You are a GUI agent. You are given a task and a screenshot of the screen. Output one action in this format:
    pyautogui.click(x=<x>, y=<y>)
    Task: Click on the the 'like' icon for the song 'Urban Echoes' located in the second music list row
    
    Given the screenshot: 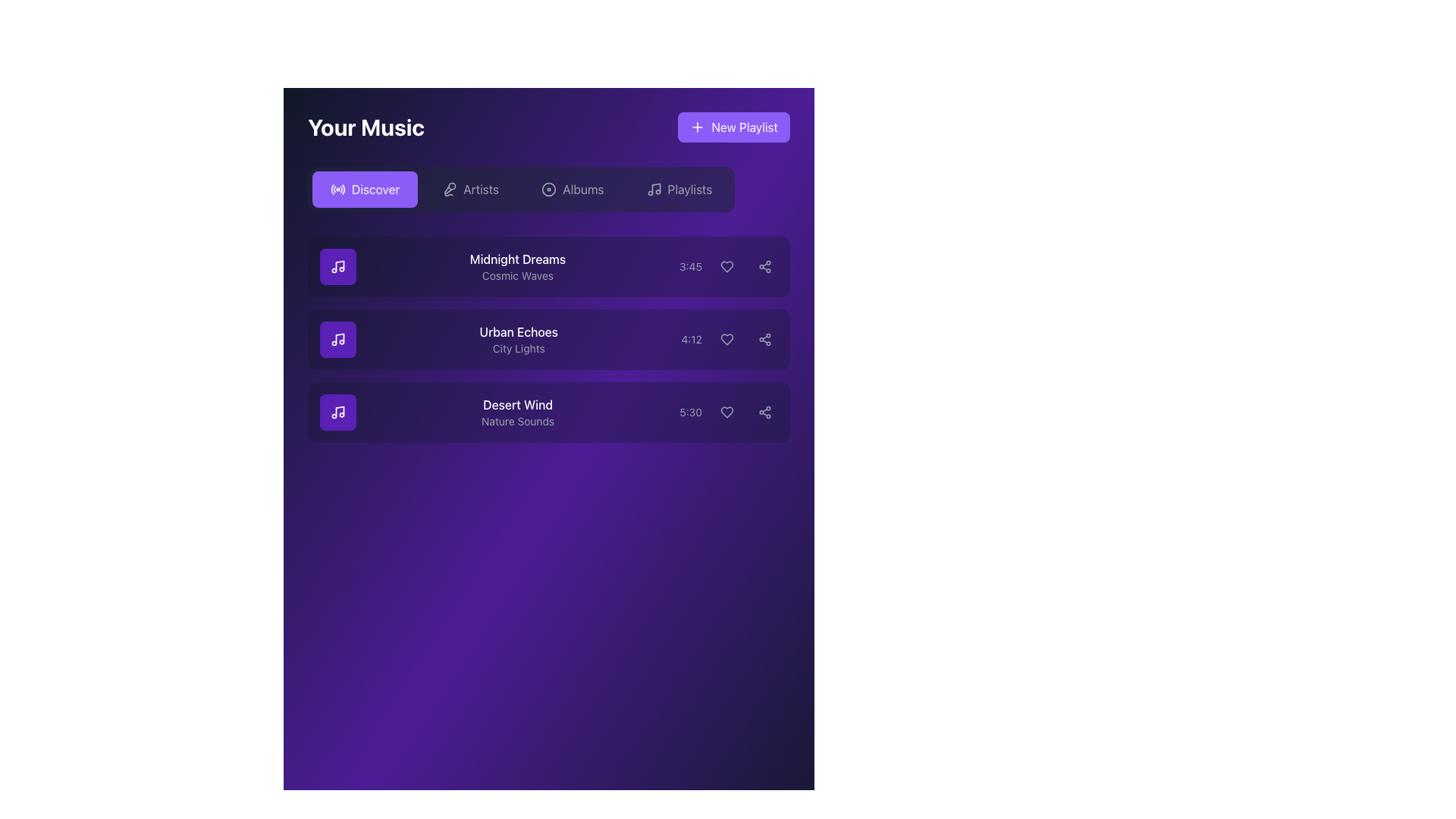 What is the action you would take?
    pyautogui.click(x=726, y=338)
    